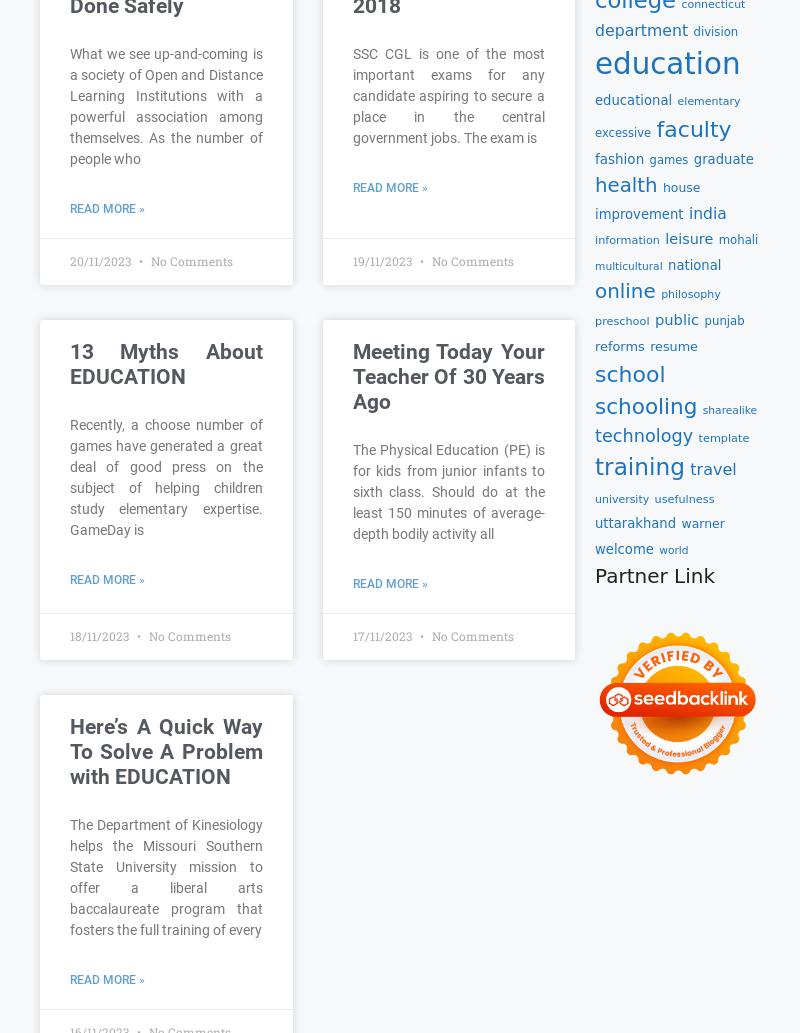 This screenshot has width=800, height=1033. What do you see at coordinates (594, 406) in the screenshot?
I see `'schooling'` at bounding box center [594, 406].